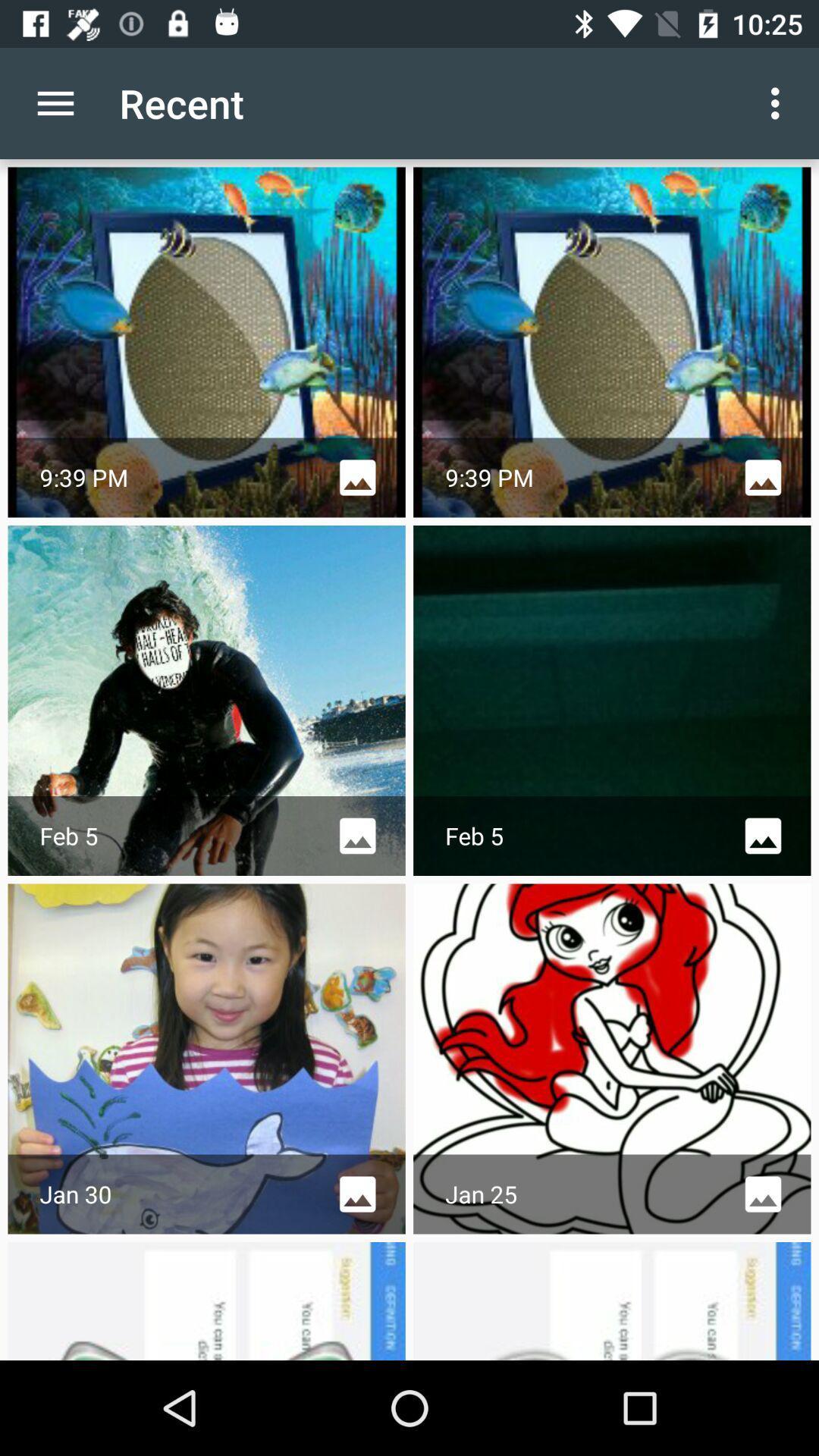 This screenshot has width=819, height=1456. What do you see at coordinates (207, 1058) in the screenshot?
I see `jan 30` at bounding box center [207, 1058].